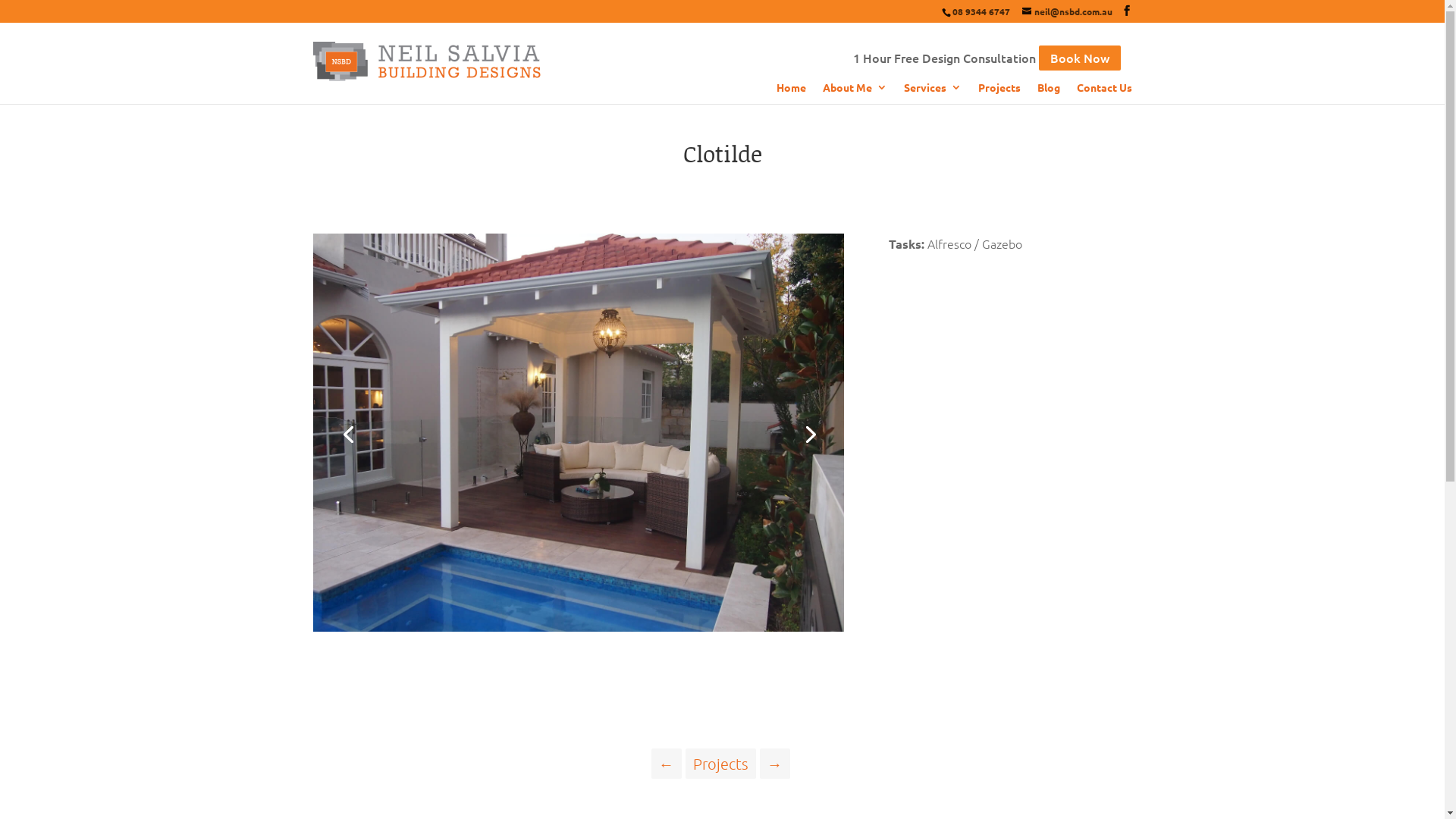 The height and width of the screenshot is (819, 1456). Describe the element at coordinates (1037, 93) in the screenshot. I see `'Blog'` at that location.